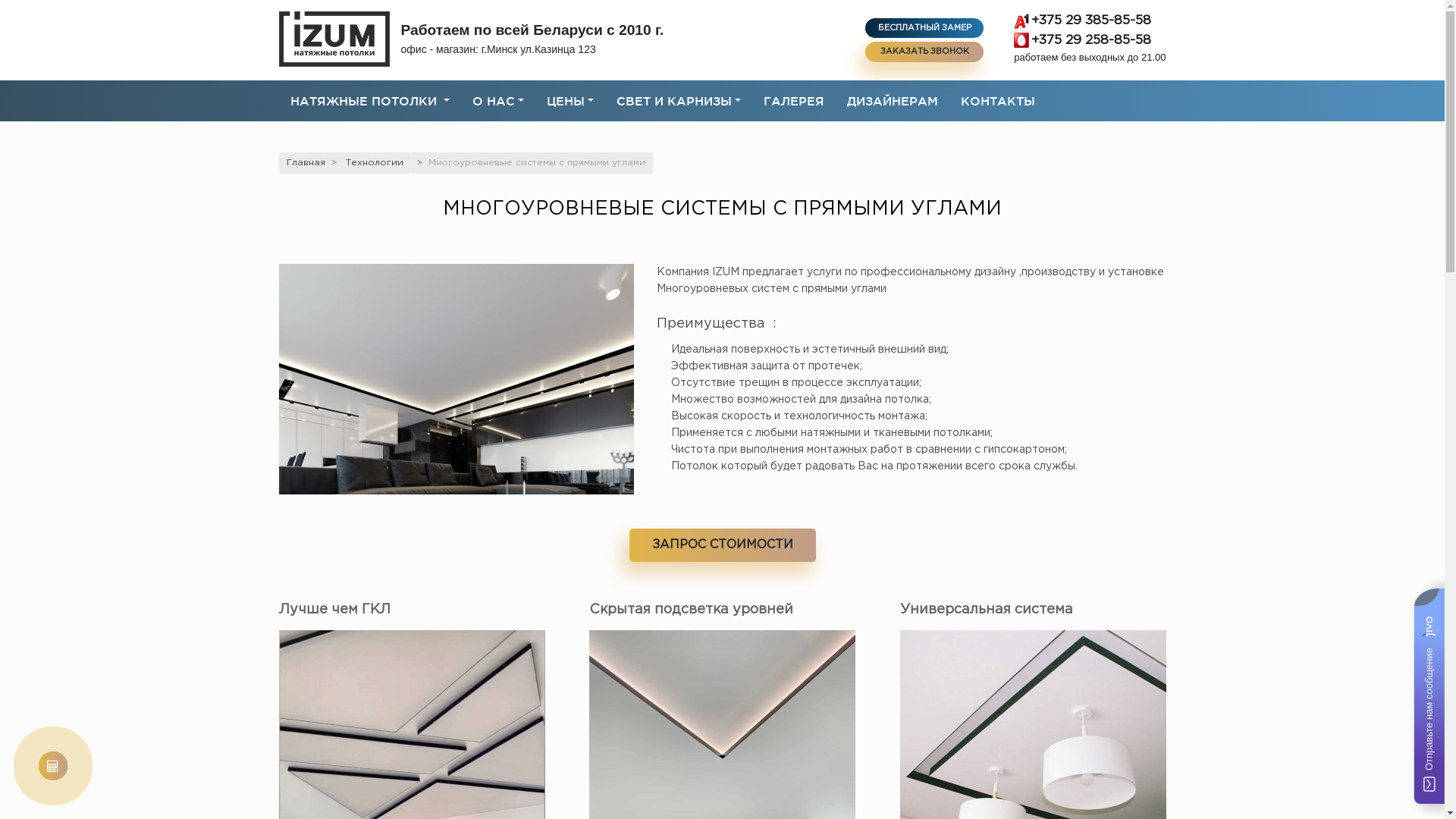 The image size is (1456, 819). What do you see at coordinates (1014, 39) in the screenshot?
I see `'+375 29 258-85-58'` at bounding box center [1014, 39].